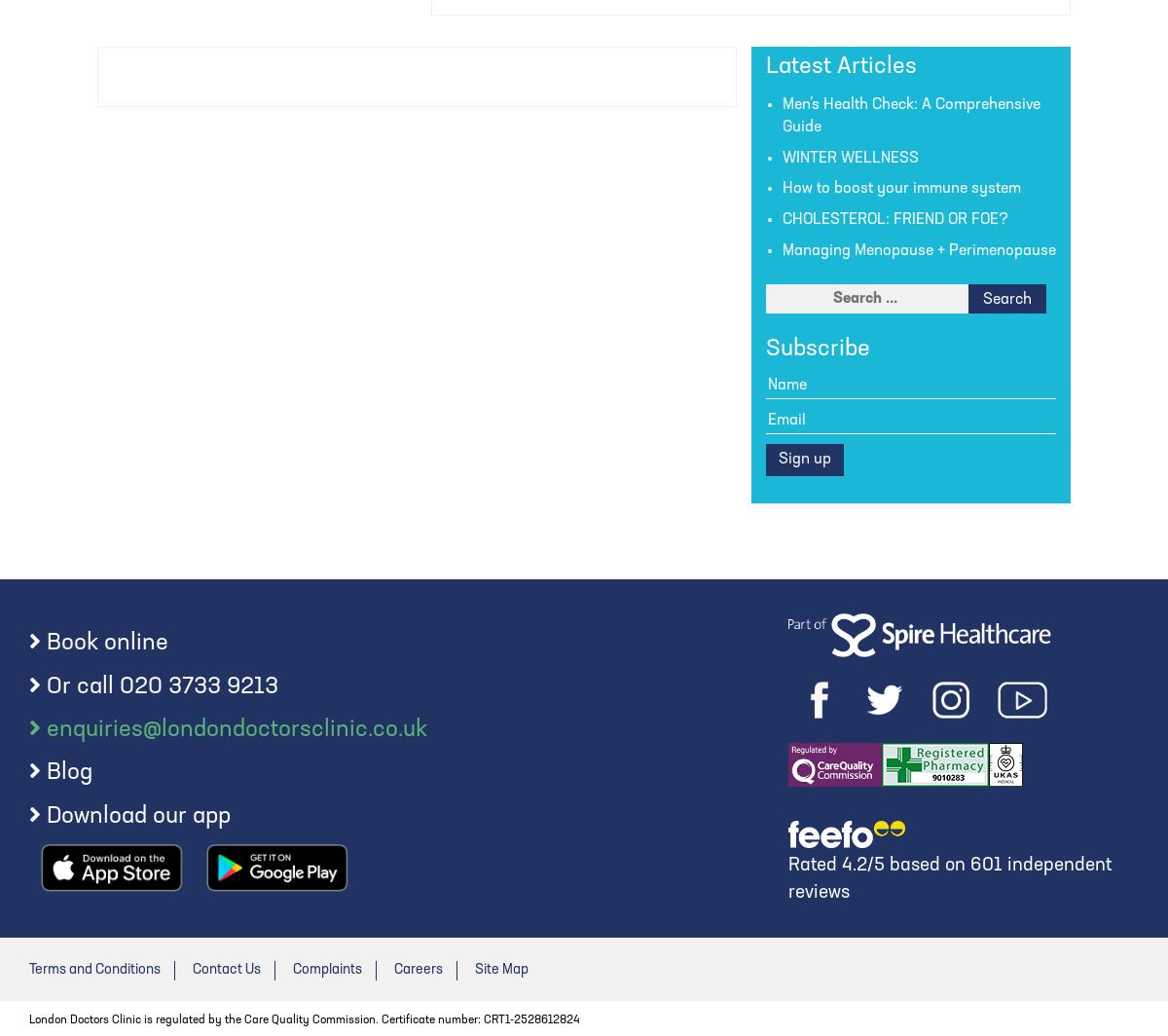  Describe the element at coordinates (69, 772) in the screenshot. I see `'Blog'` at that location.